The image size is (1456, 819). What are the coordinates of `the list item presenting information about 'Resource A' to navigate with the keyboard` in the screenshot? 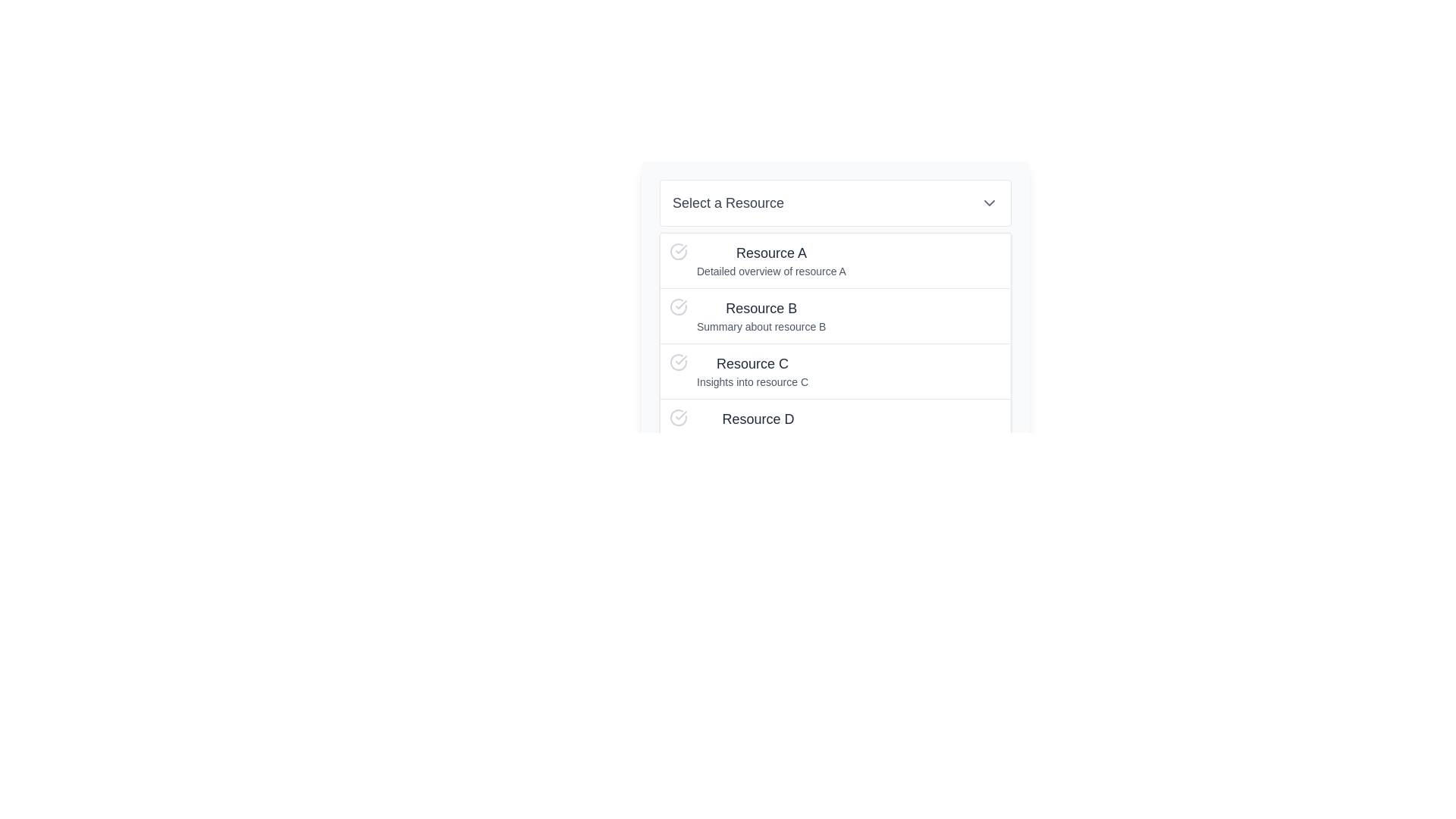 It's located at (835, 259).